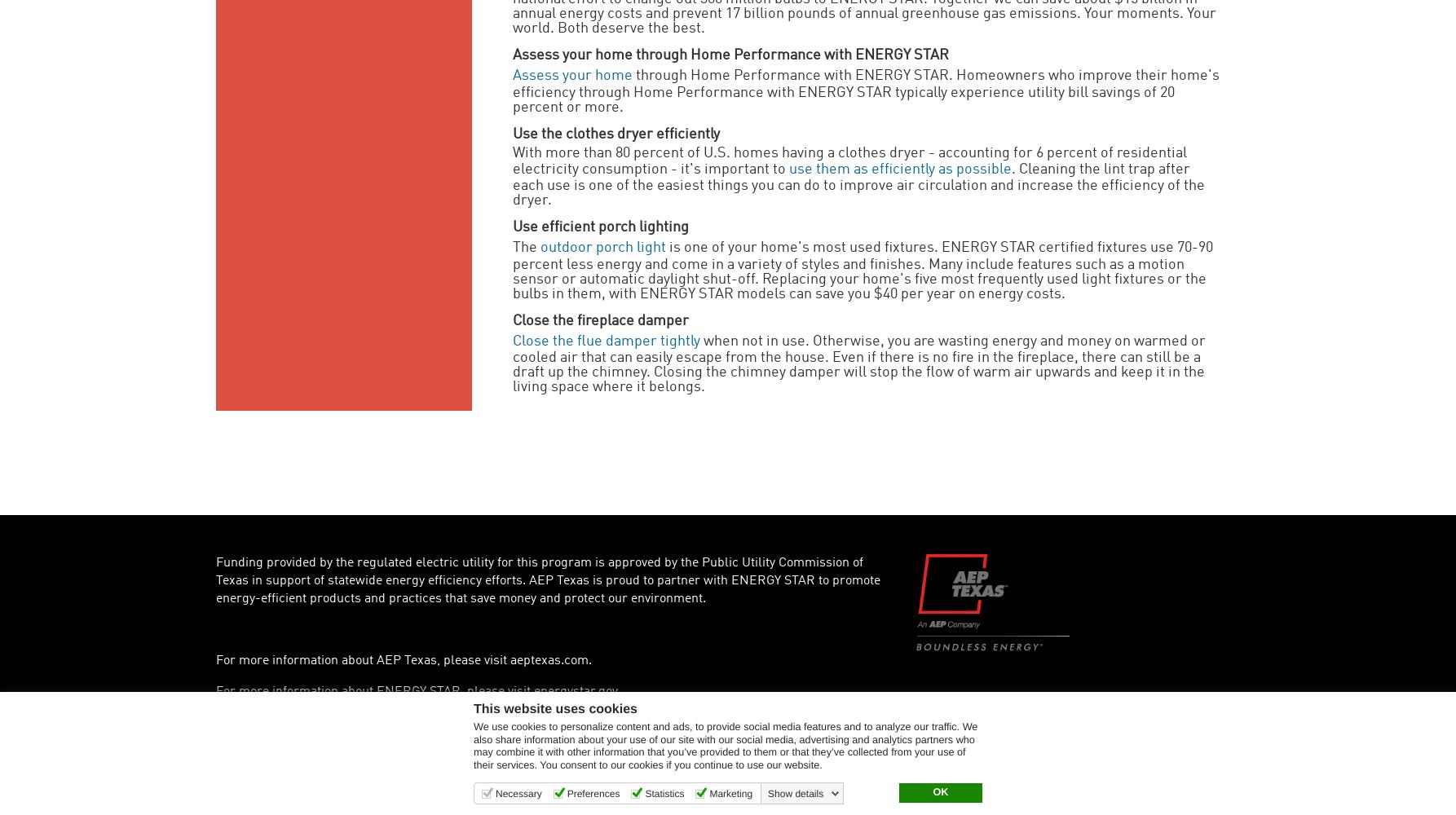  What do you see at coordinates (215, 723) in the screenshot?
I see `'Privacy Policy'` at bounding box center [215, 723].